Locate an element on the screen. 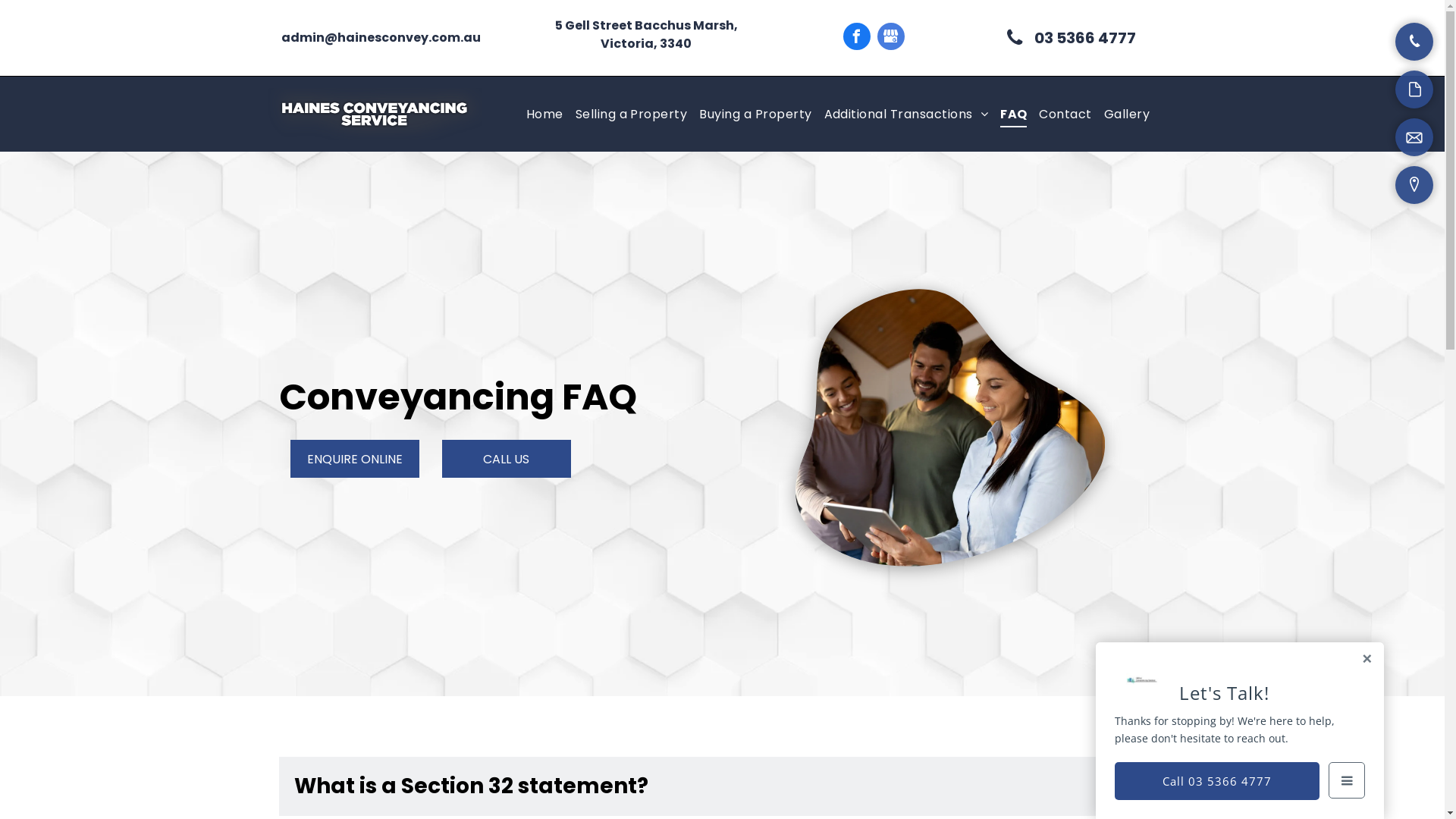  'Call 03 5366 4777' is located at coordinates (1114, 780).